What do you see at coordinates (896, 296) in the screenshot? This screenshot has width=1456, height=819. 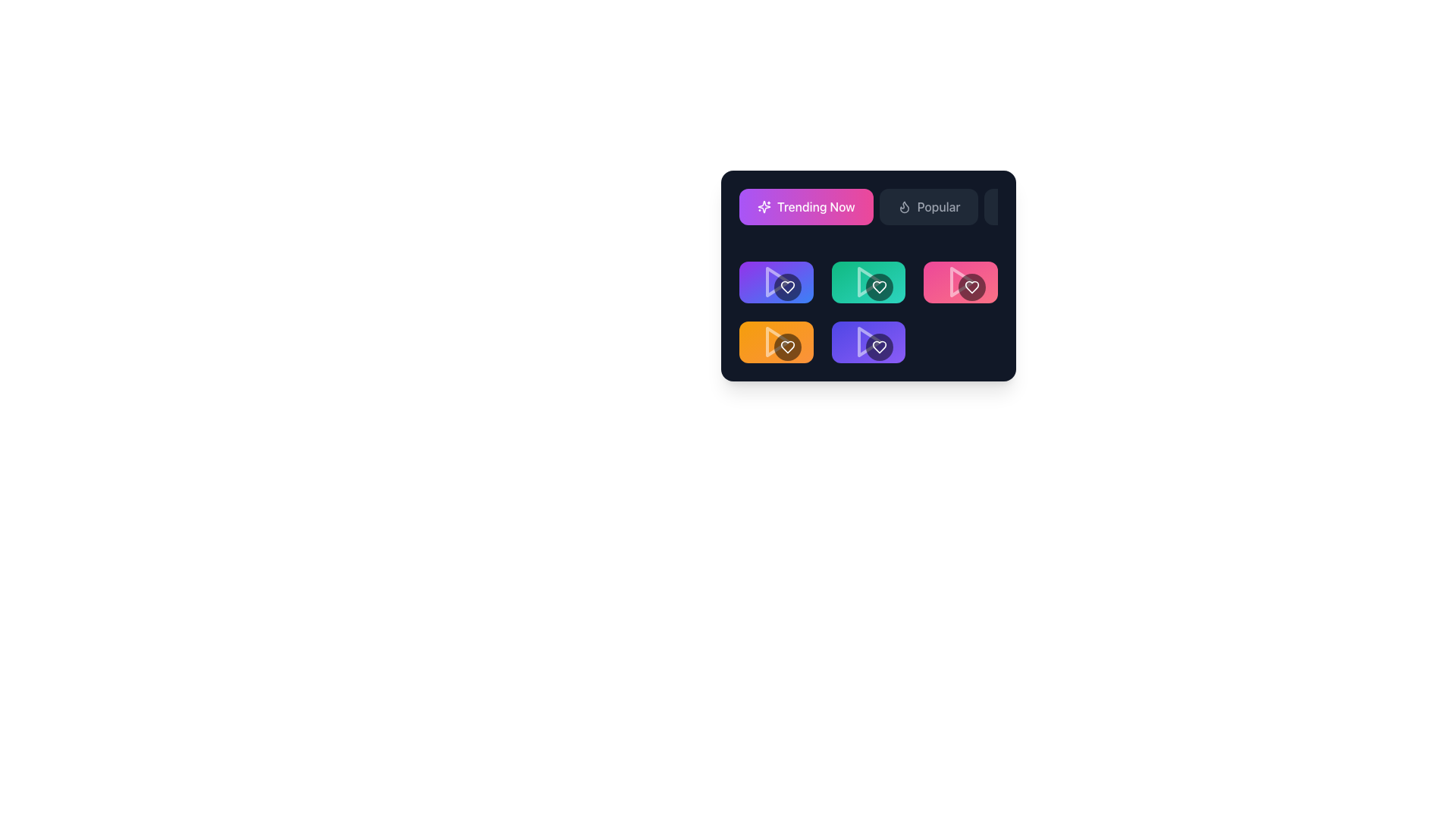 I see `the favorite indicator icon located in the second row, second box from the left with a green background` at bounding box center [896, 296].